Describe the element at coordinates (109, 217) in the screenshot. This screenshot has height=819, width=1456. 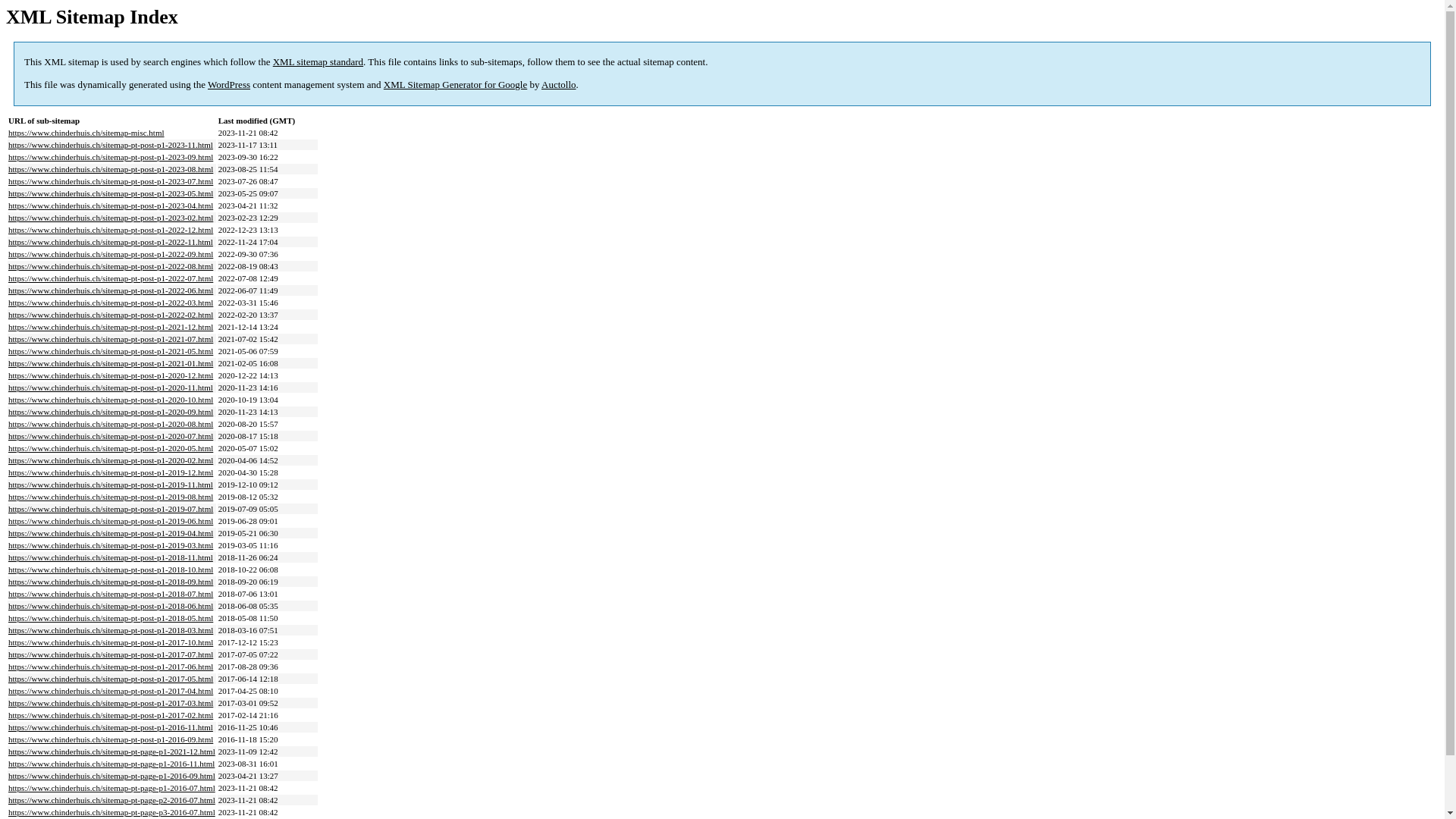
I see `'https://www.chinderhuis.ch/sitemap-pt-post-p1-2023-02.html'` at that location.